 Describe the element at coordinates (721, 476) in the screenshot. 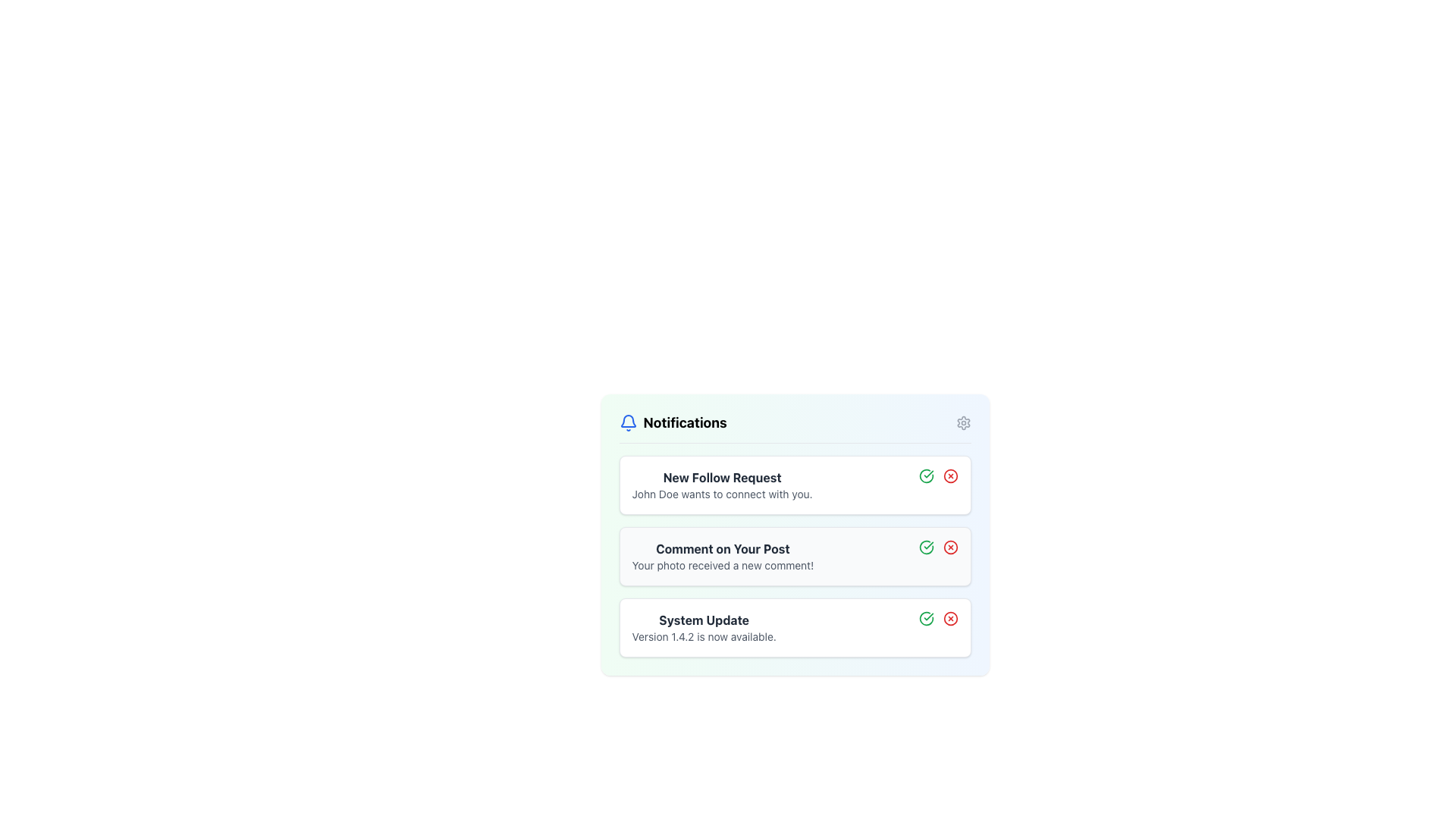

I see `the bold, dark-colored text label that reads 'New Follow Request' at the top center of the first notification card` at that location.